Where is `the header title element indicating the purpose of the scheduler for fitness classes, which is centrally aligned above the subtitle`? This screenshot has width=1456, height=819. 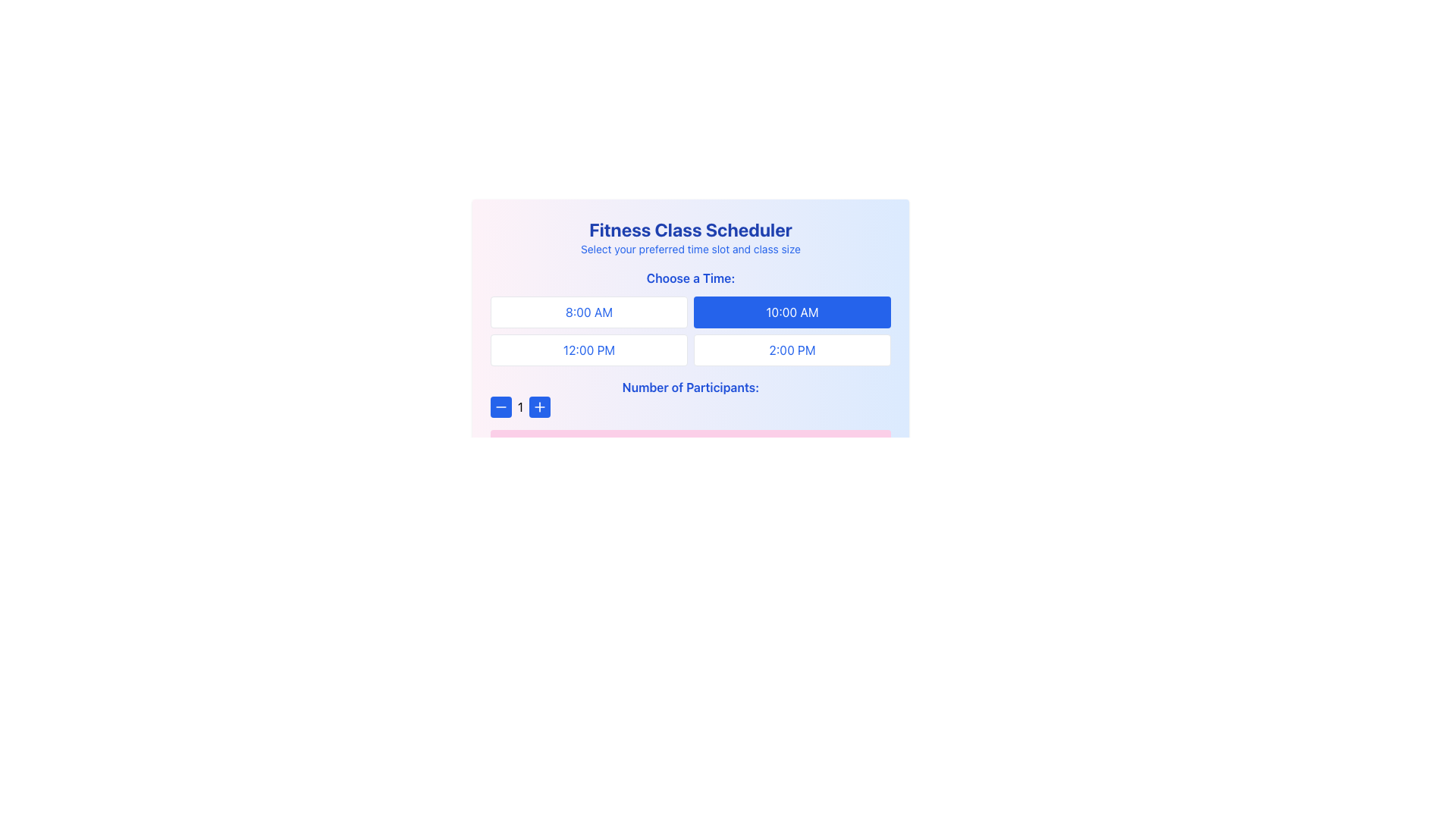
the header title element indicating the purpose of the scheduler for fitness classes, which is centrally aligned above the subtitle is located at coordinates (690, 230).